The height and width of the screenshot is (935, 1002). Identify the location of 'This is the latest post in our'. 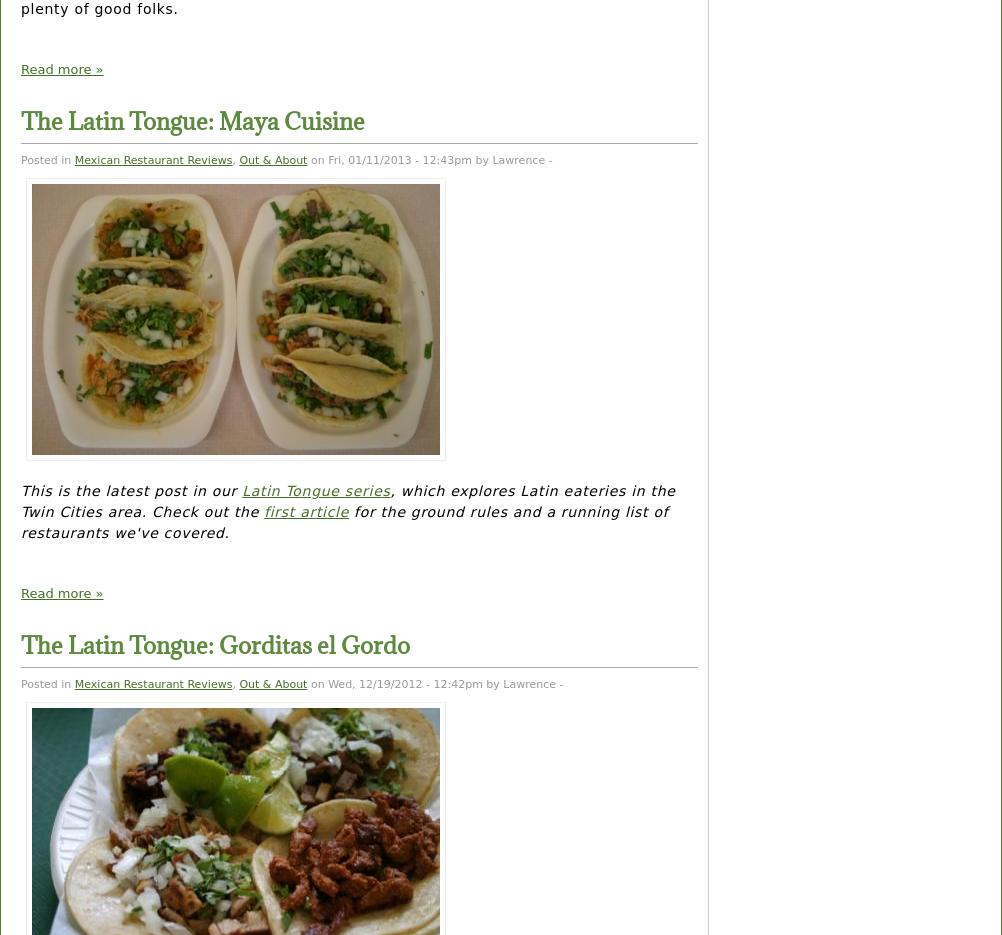
(130, 490).